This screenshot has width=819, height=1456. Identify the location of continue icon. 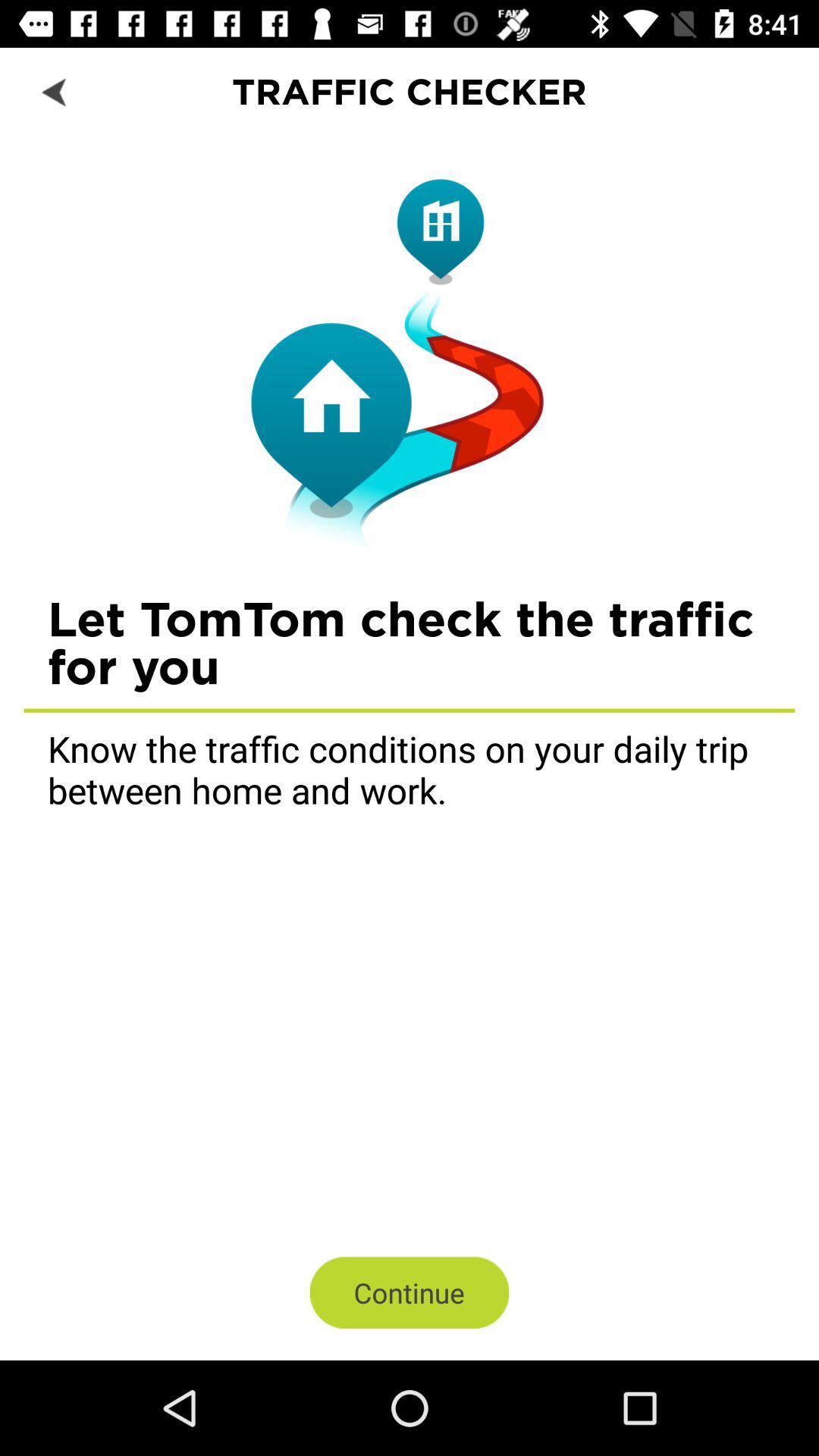
(409, 1291).